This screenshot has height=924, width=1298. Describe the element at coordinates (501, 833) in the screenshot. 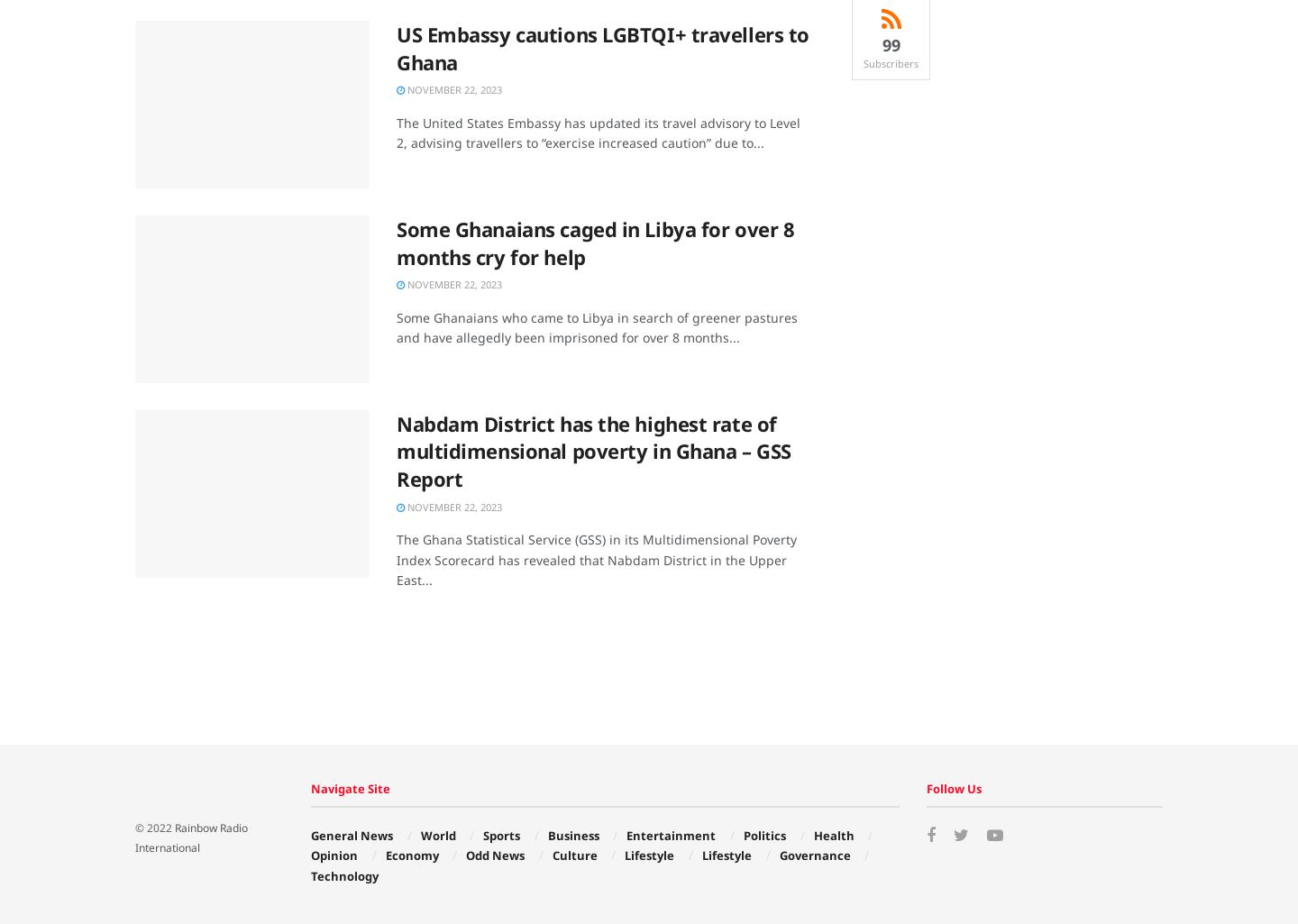

I see `'Sports'` at that location.